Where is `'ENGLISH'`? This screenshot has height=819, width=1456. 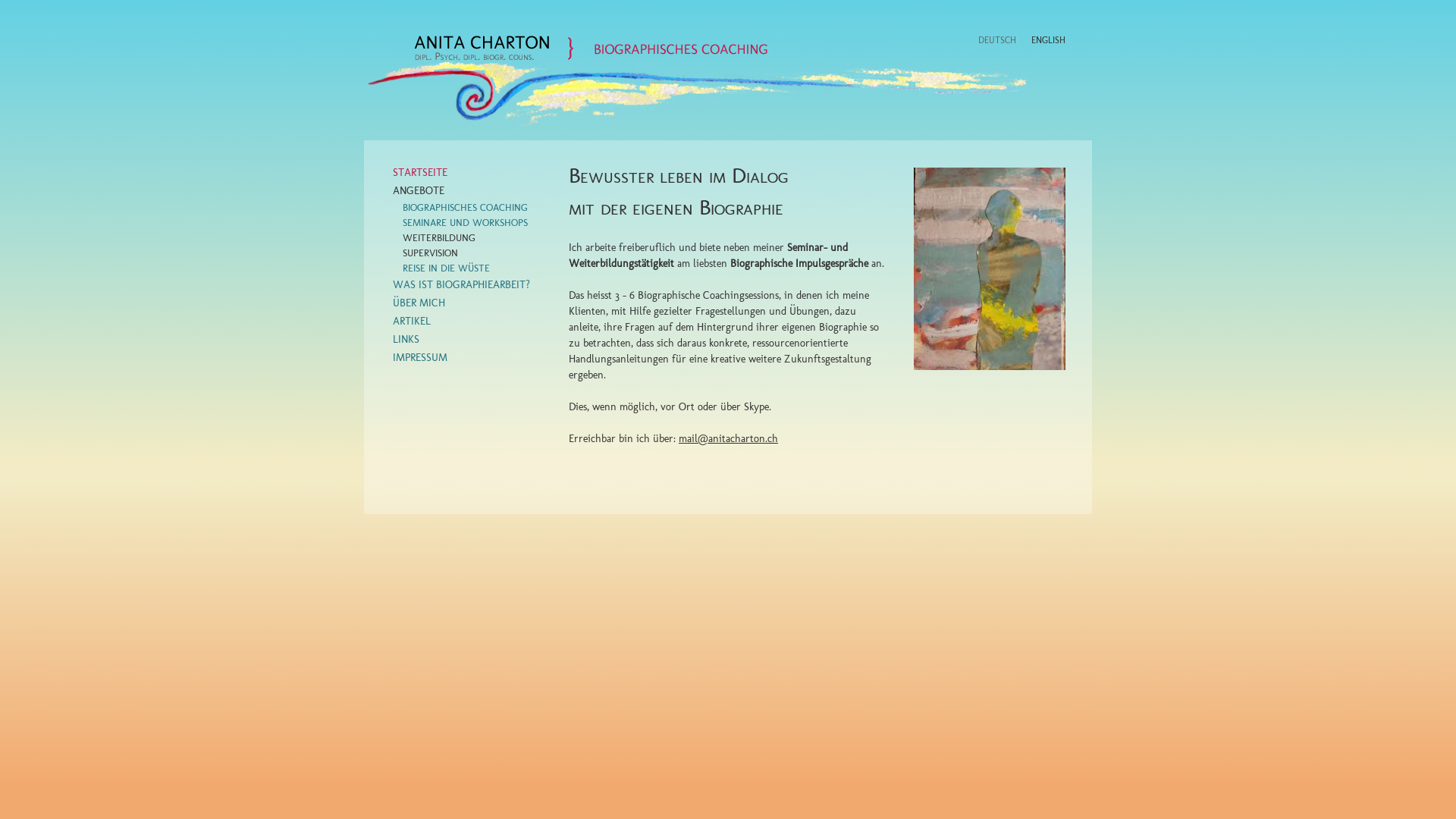 'ENGLISH' is located at coordinates (1047, 39).